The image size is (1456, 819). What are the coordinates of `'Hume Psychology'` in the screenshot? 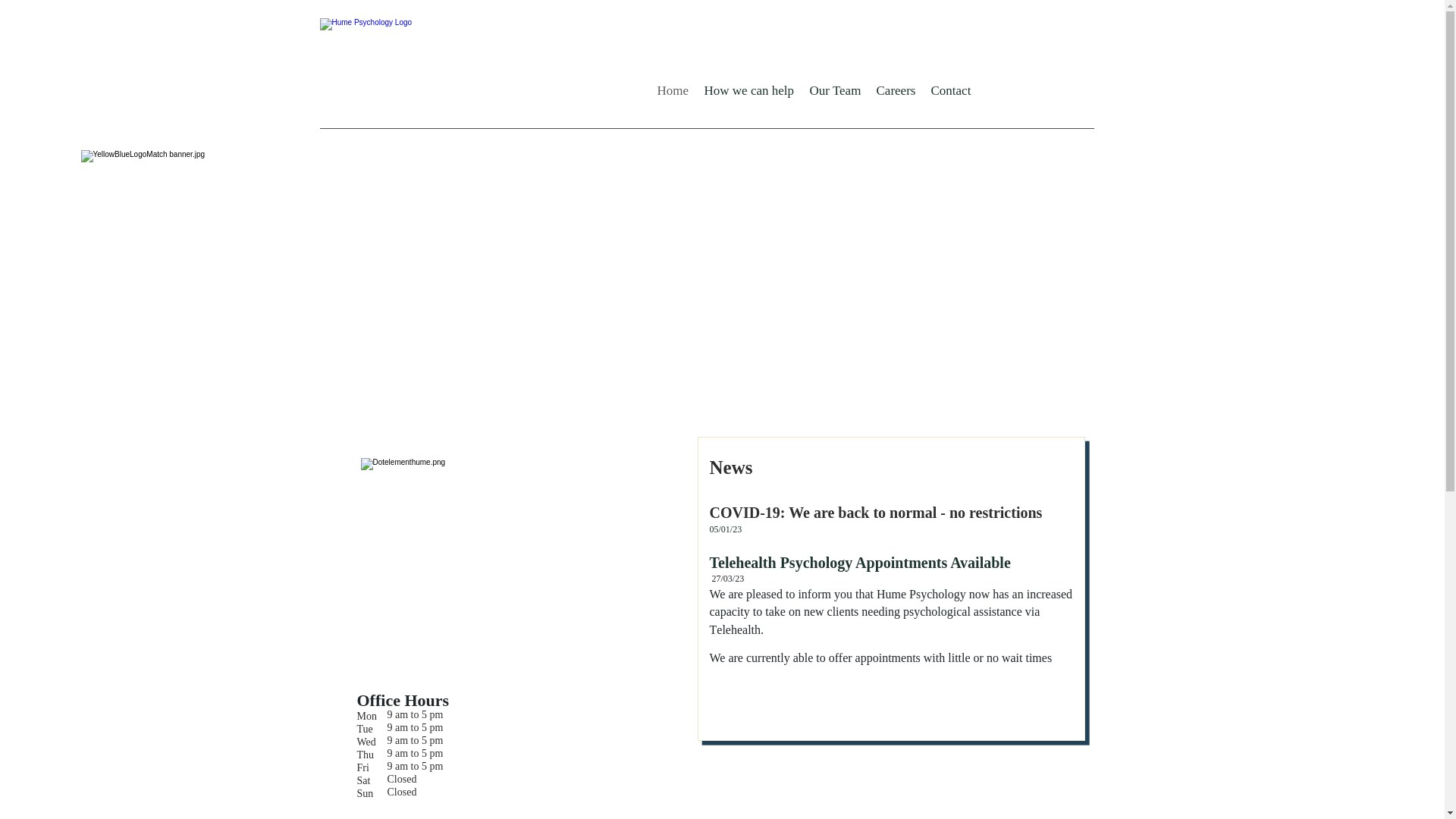 It's located at (467, 67).